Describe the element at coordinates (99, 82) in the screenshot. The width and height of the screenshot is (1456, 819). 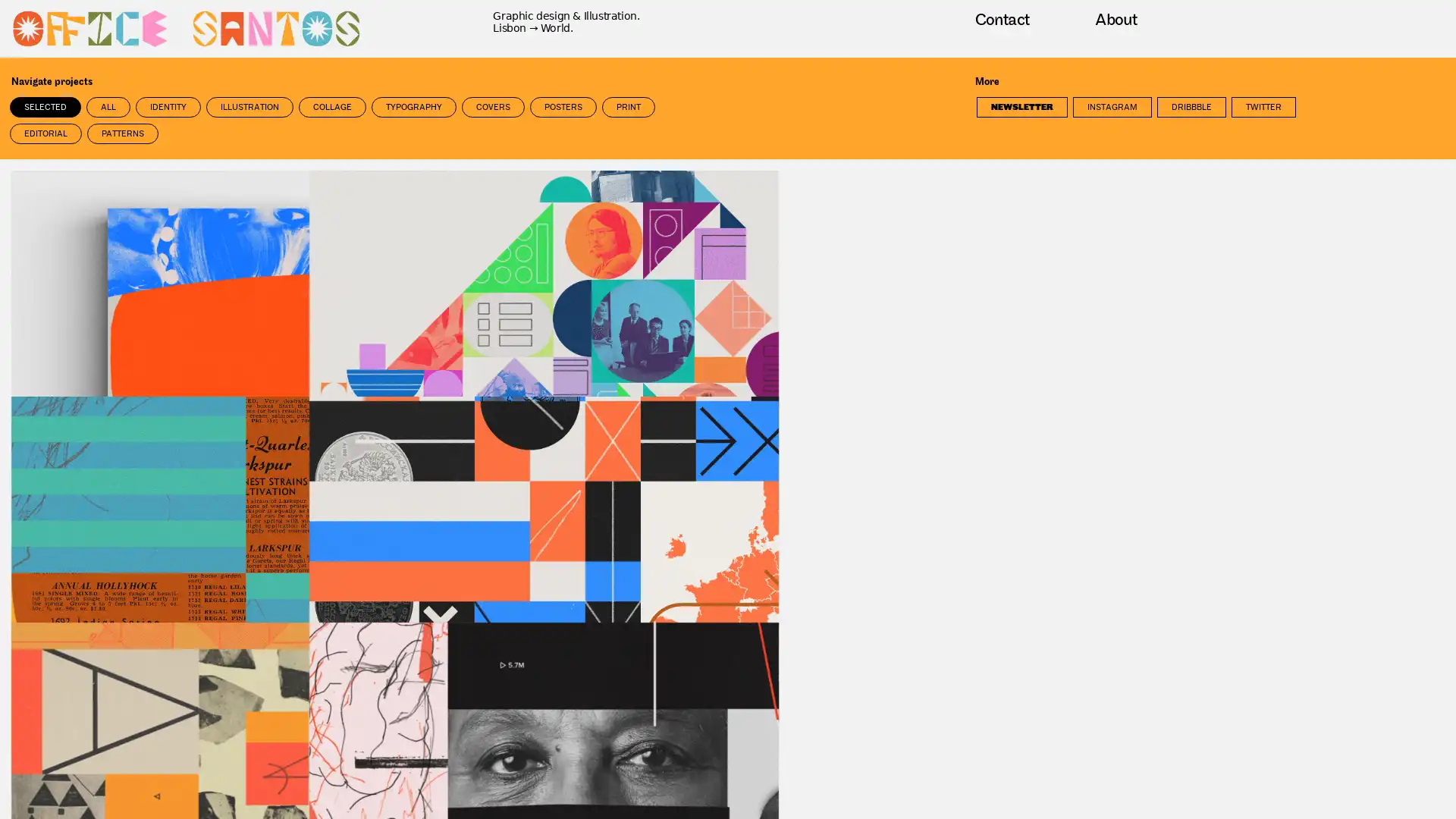
I see `Navigate projects` at that location.